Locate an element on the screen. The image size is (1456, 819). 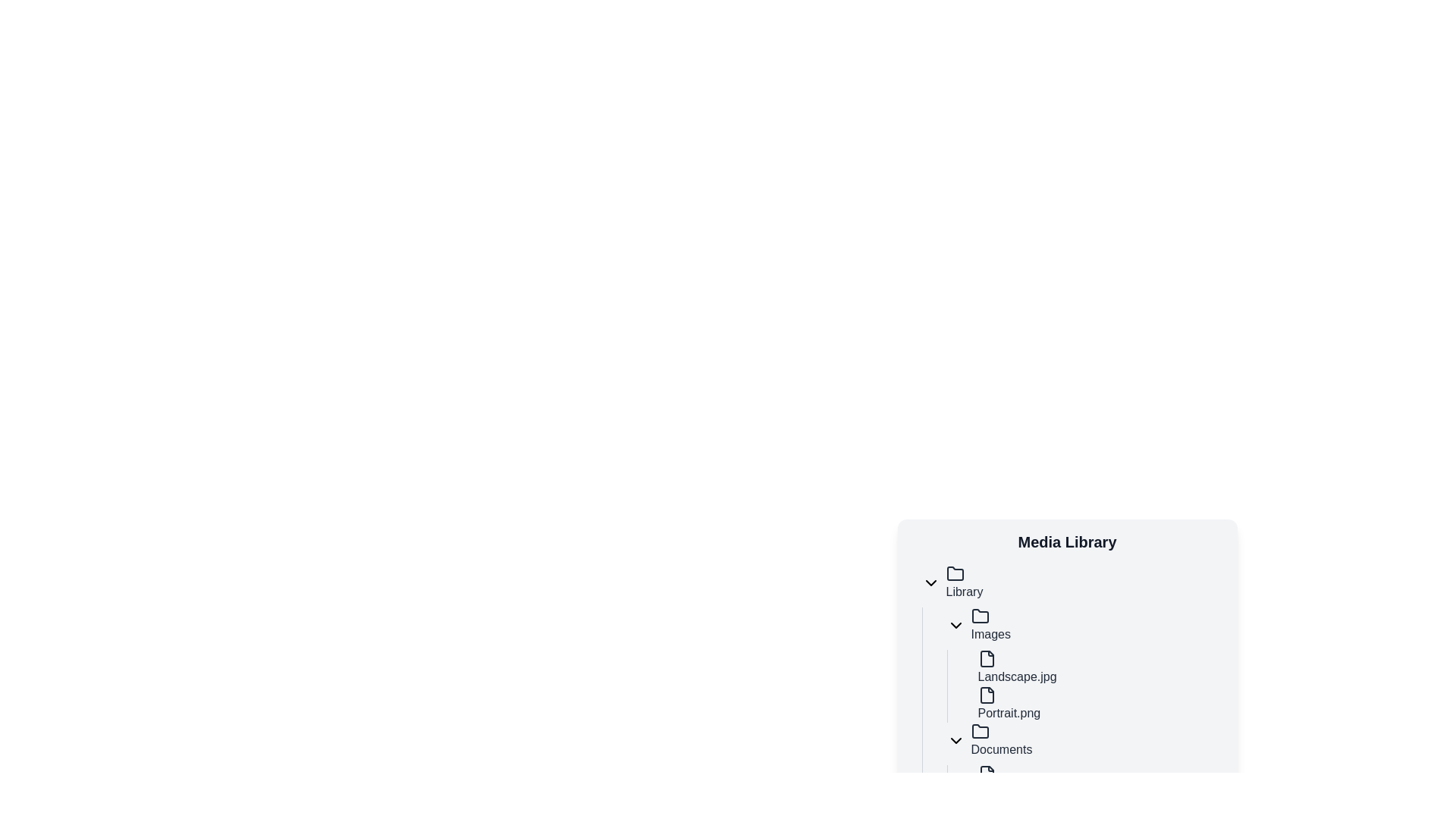
the folder icon representing the 'Images' directory in the media library navigation is located at coordinates (980, 617).